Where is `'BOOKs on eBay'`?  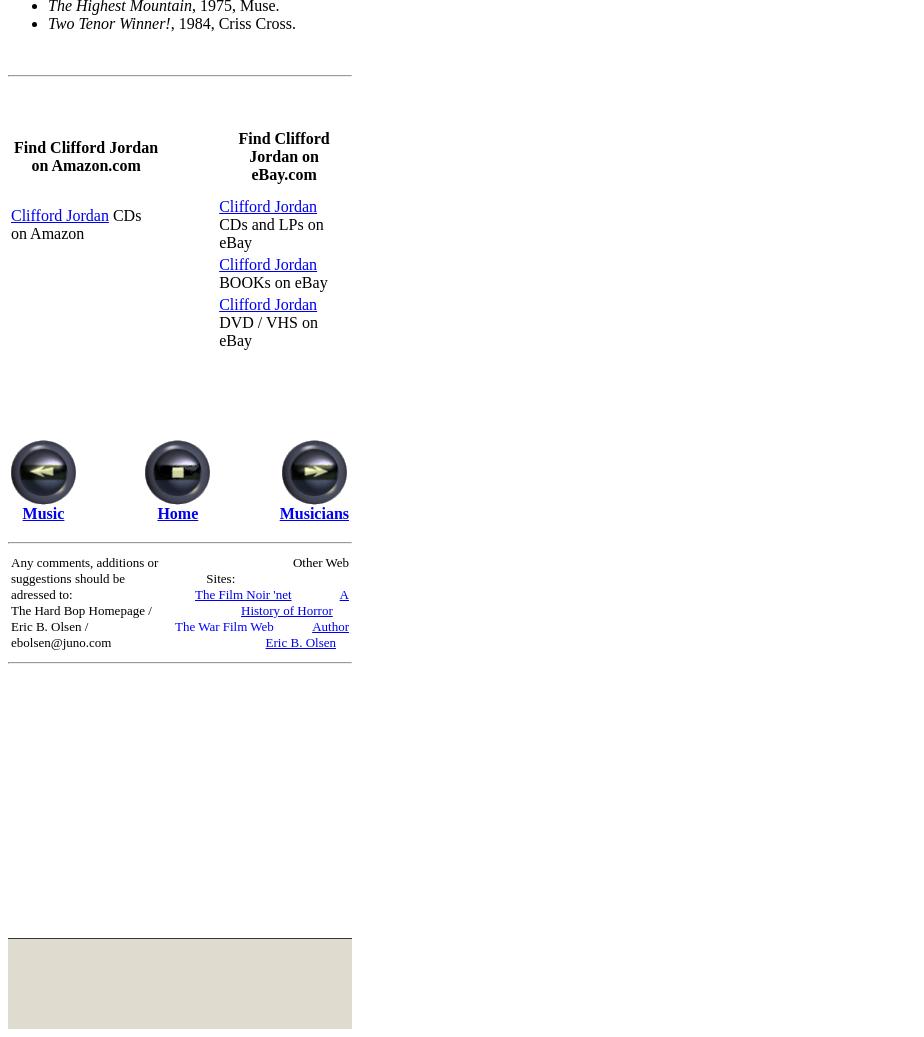 'BOOKs on eBay' is located at coordinates (273, 280).